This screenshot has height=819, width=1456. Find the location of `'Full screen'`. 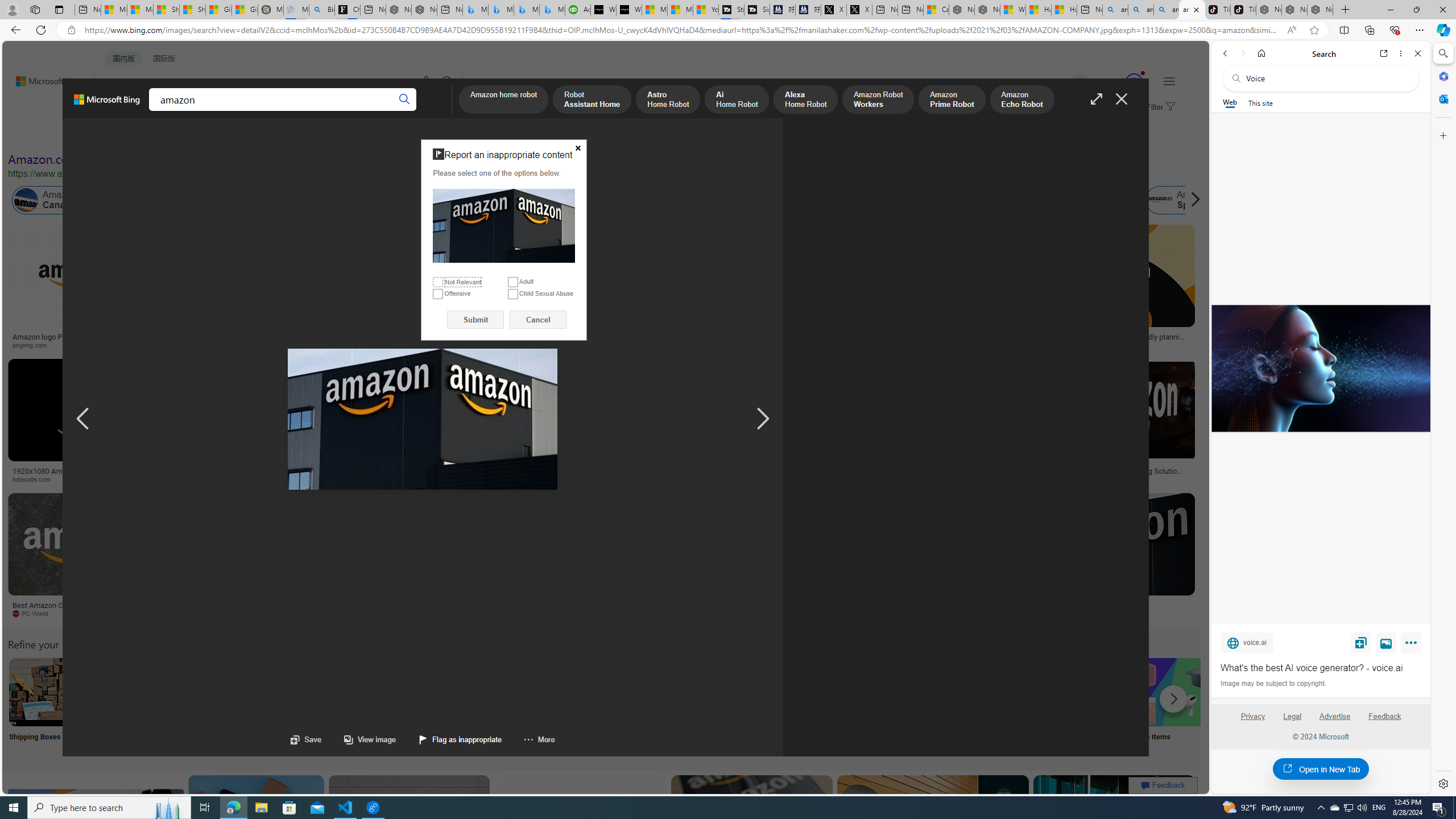

'Full screen' is located at coordinates (1097, 98).